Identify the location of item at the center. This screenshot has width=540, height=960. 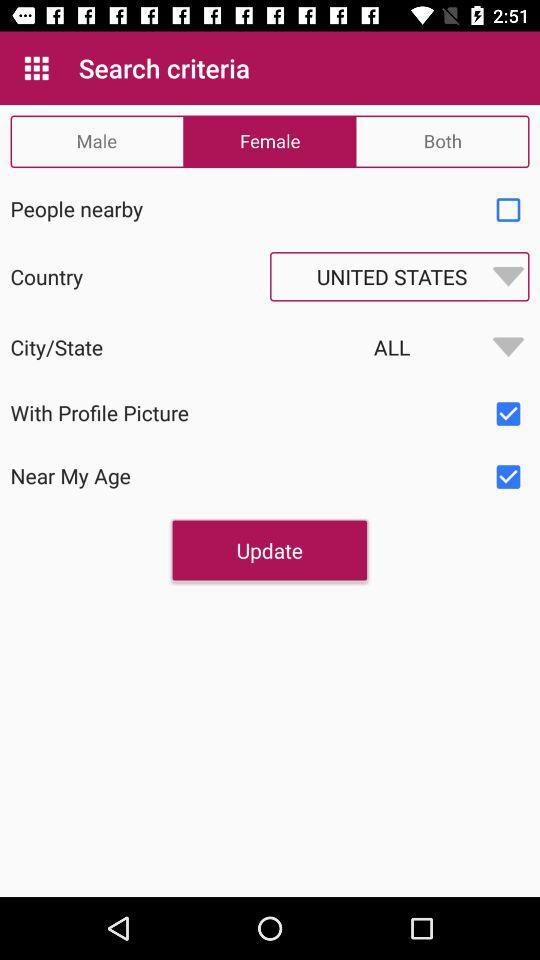
(269, 550).